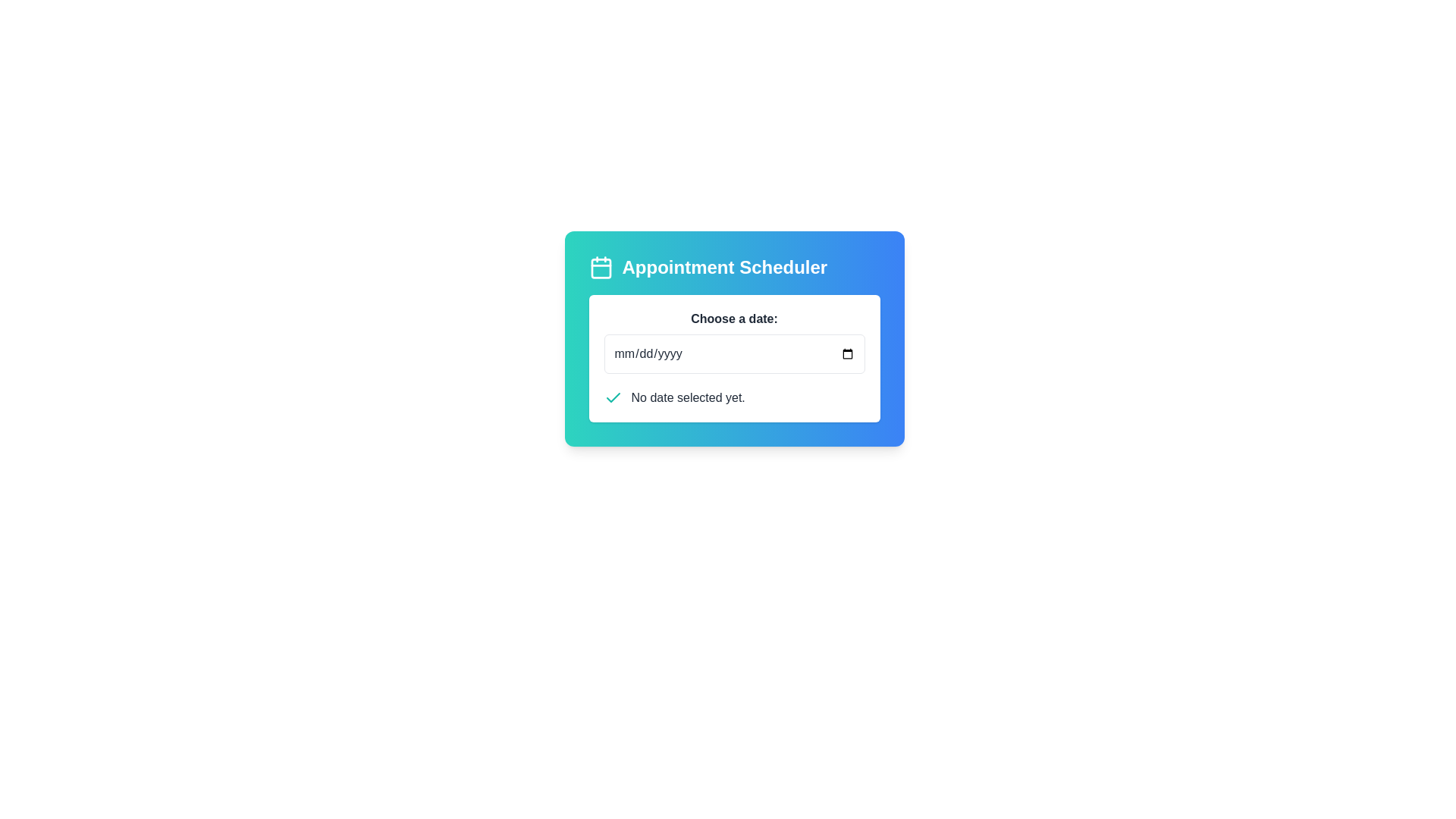 This screenshot has width=1456, height=819. Describe the element at coordinates (600, 267) in the screenshot. I see `the calendar icon located to the left of the 'Appointment Scheduler' header text` at that location.